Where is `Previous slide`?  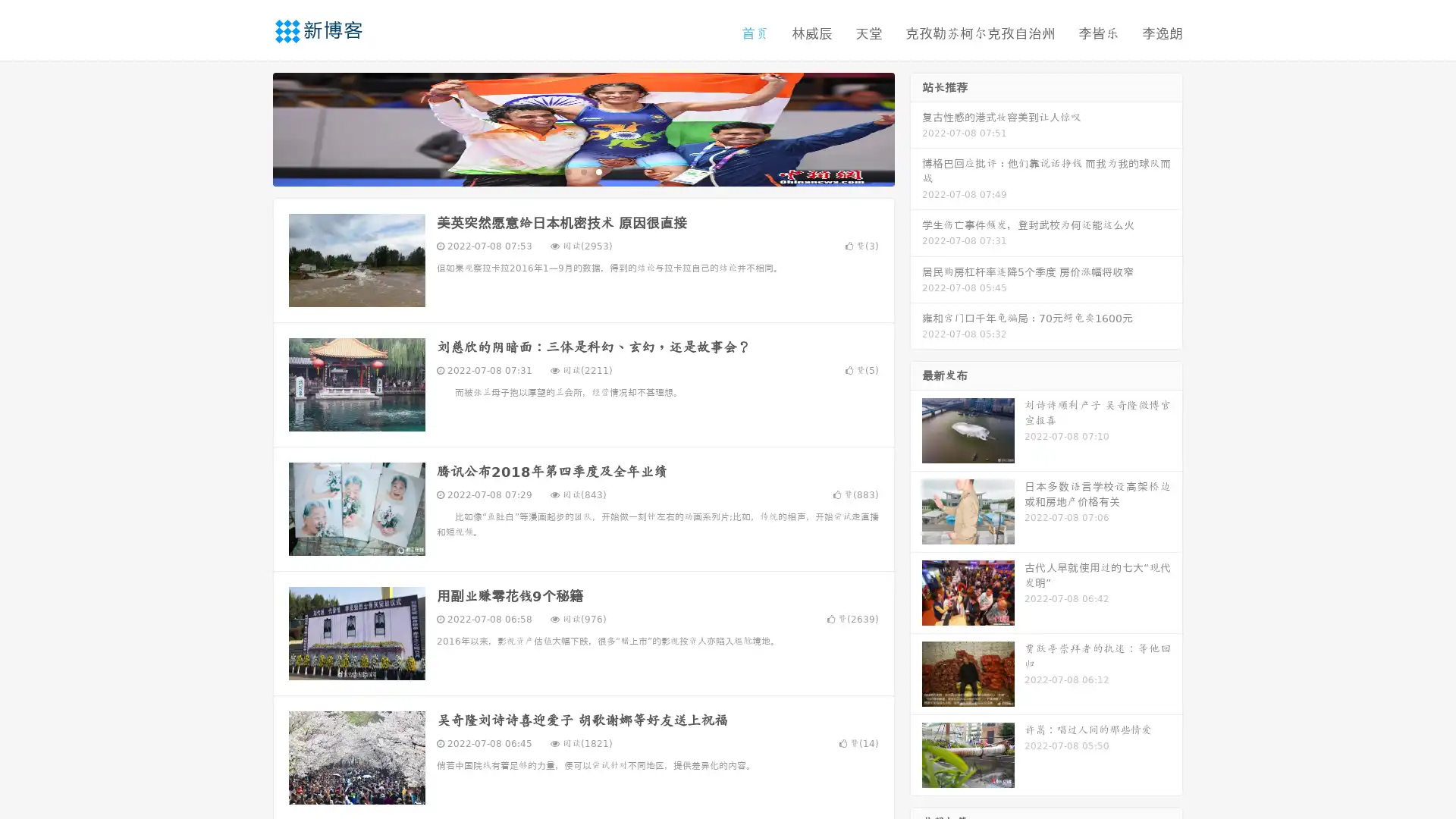
Previous slide is located at coordinates (250, 127).